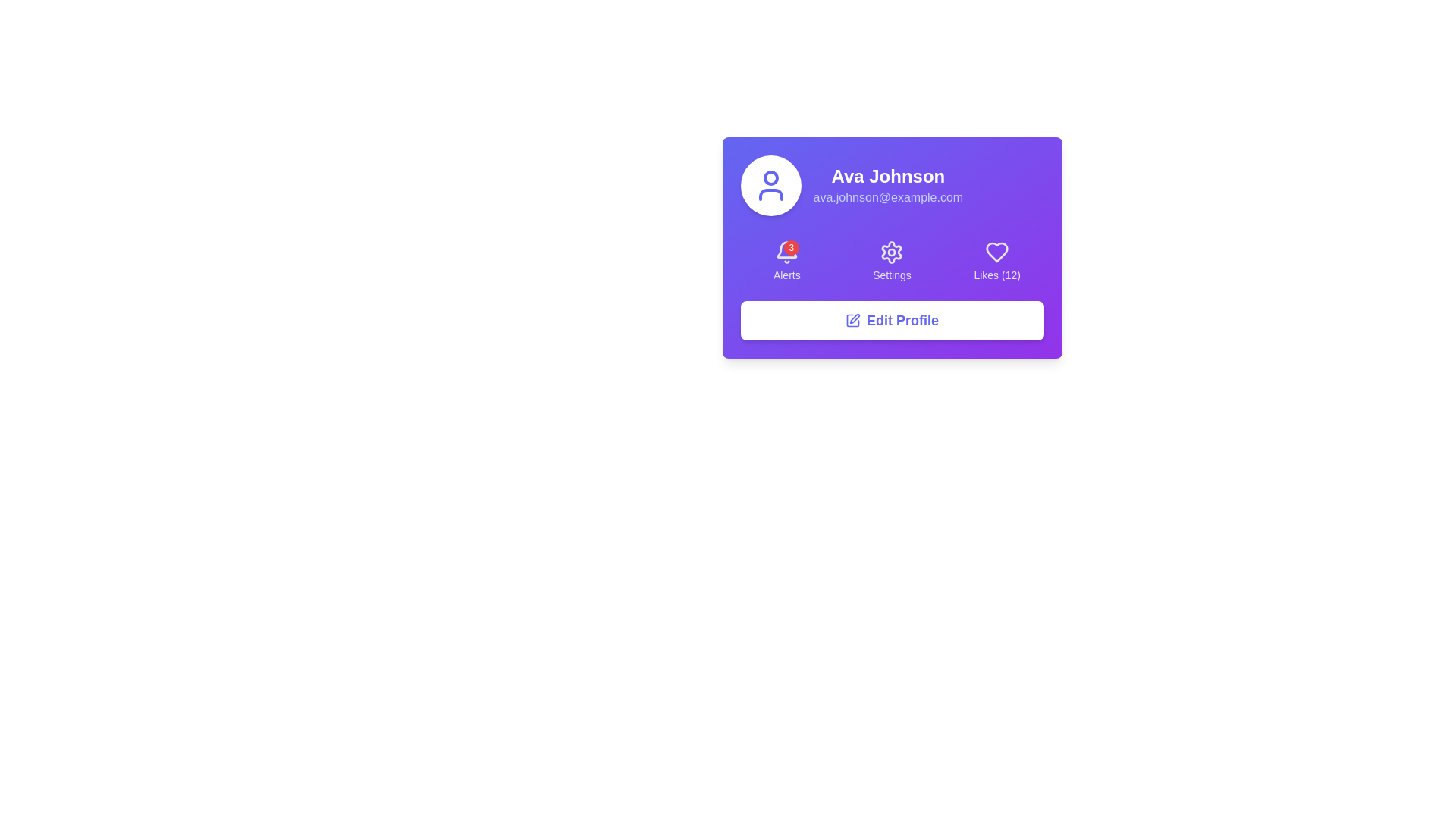  I want to click on the Interactive notification indicator with a badge, so click(786, 260).